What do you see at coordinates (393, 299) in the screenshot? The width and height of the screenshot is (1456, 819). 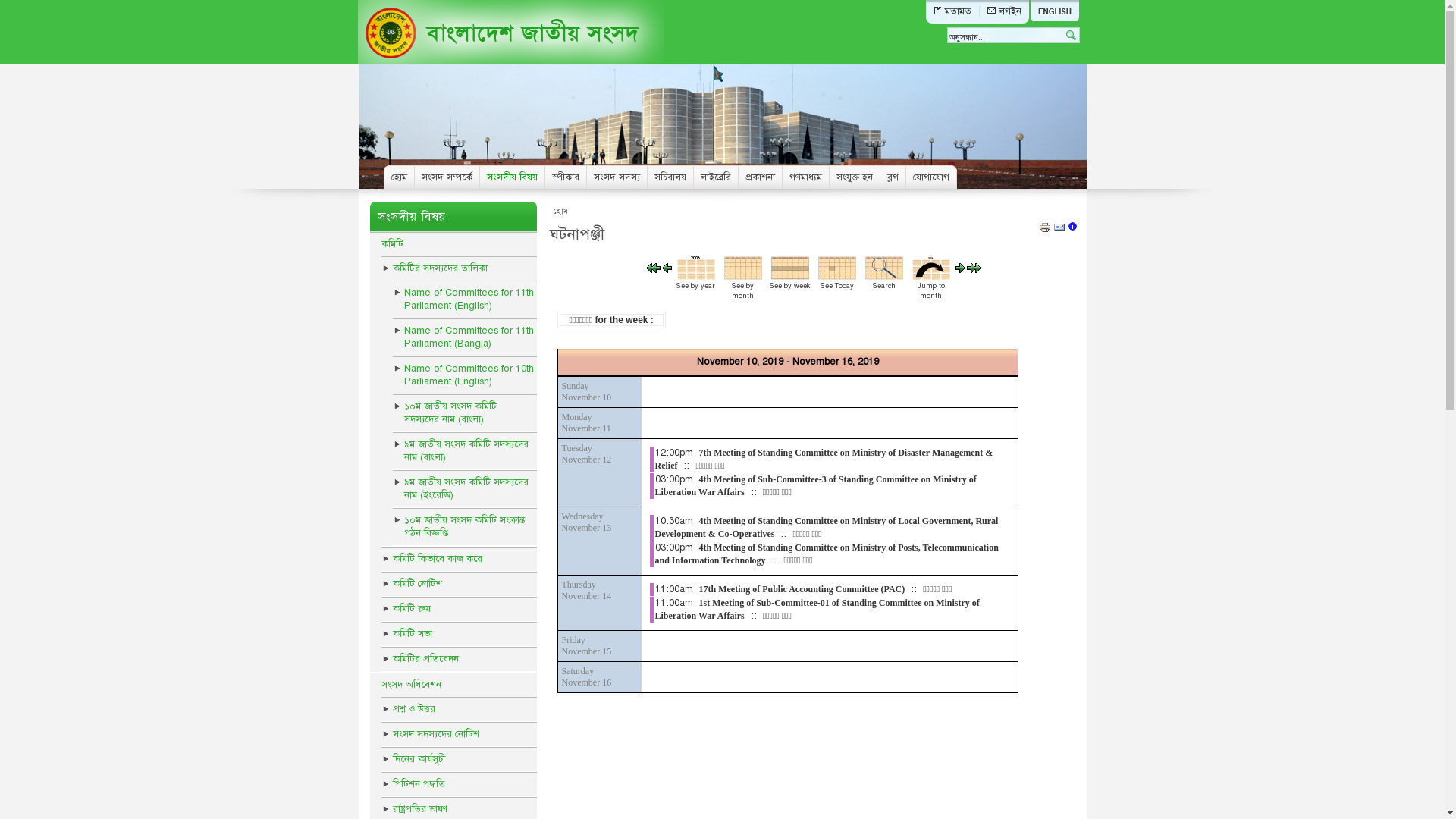 I see `'Name of Committees for 11th Parliament (English)'` at bounding box center [393, 299].